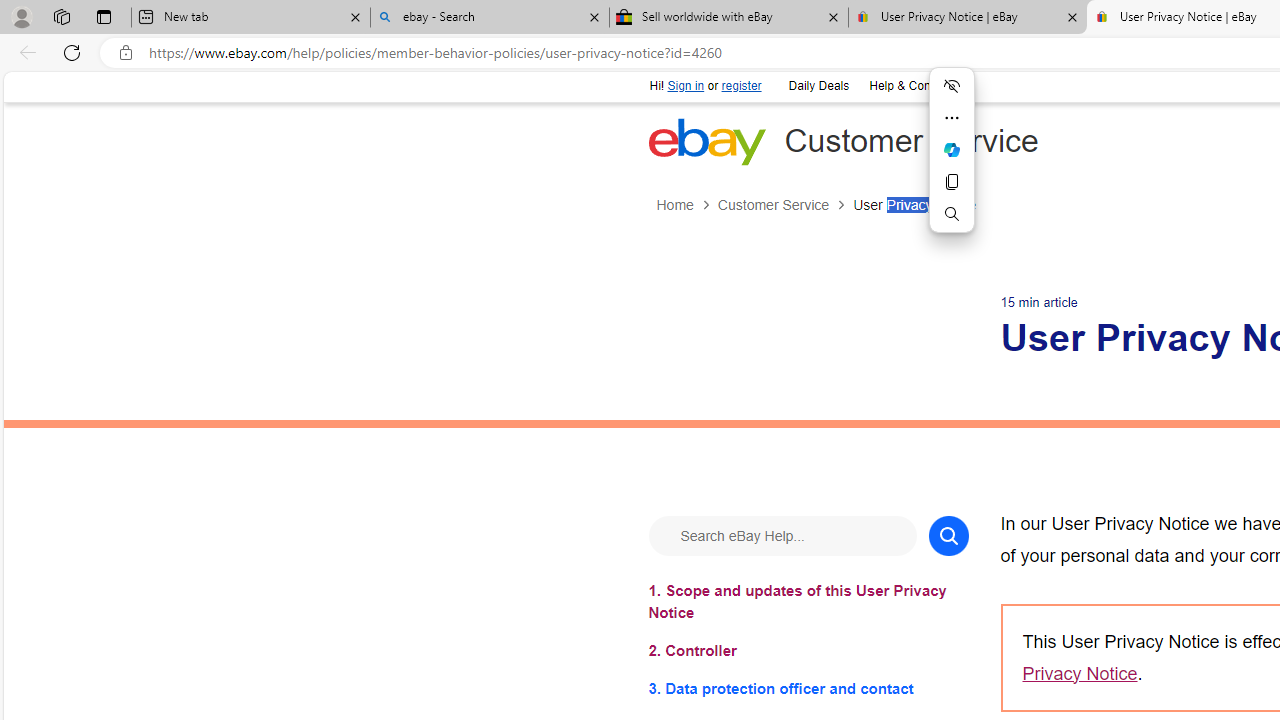  I want to click on 'More actions', so click(951, 118).